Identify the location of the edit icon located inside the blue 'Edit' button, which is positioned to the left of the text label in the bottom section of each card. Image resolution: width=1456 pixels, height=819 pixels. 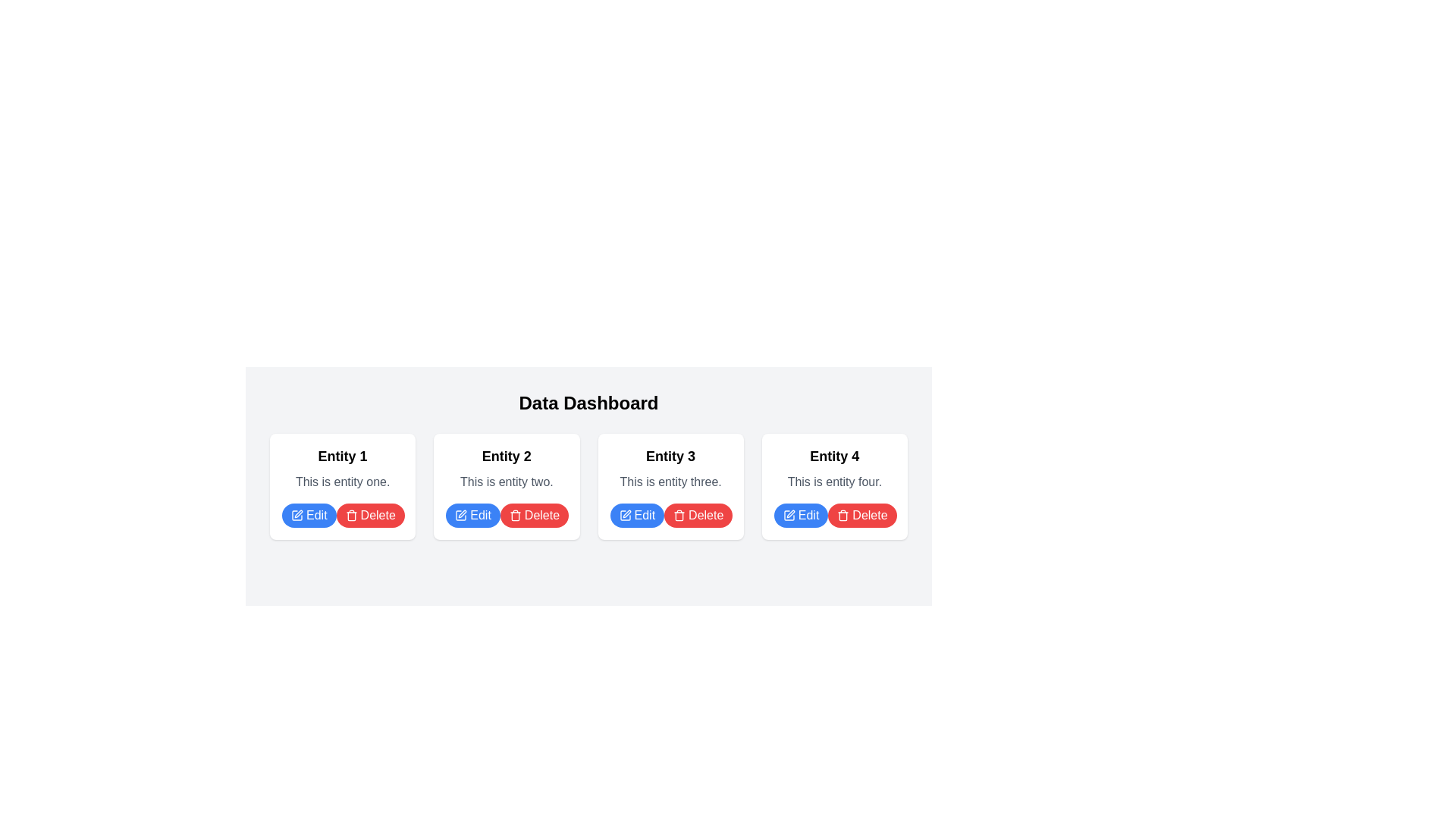
(297, 514).